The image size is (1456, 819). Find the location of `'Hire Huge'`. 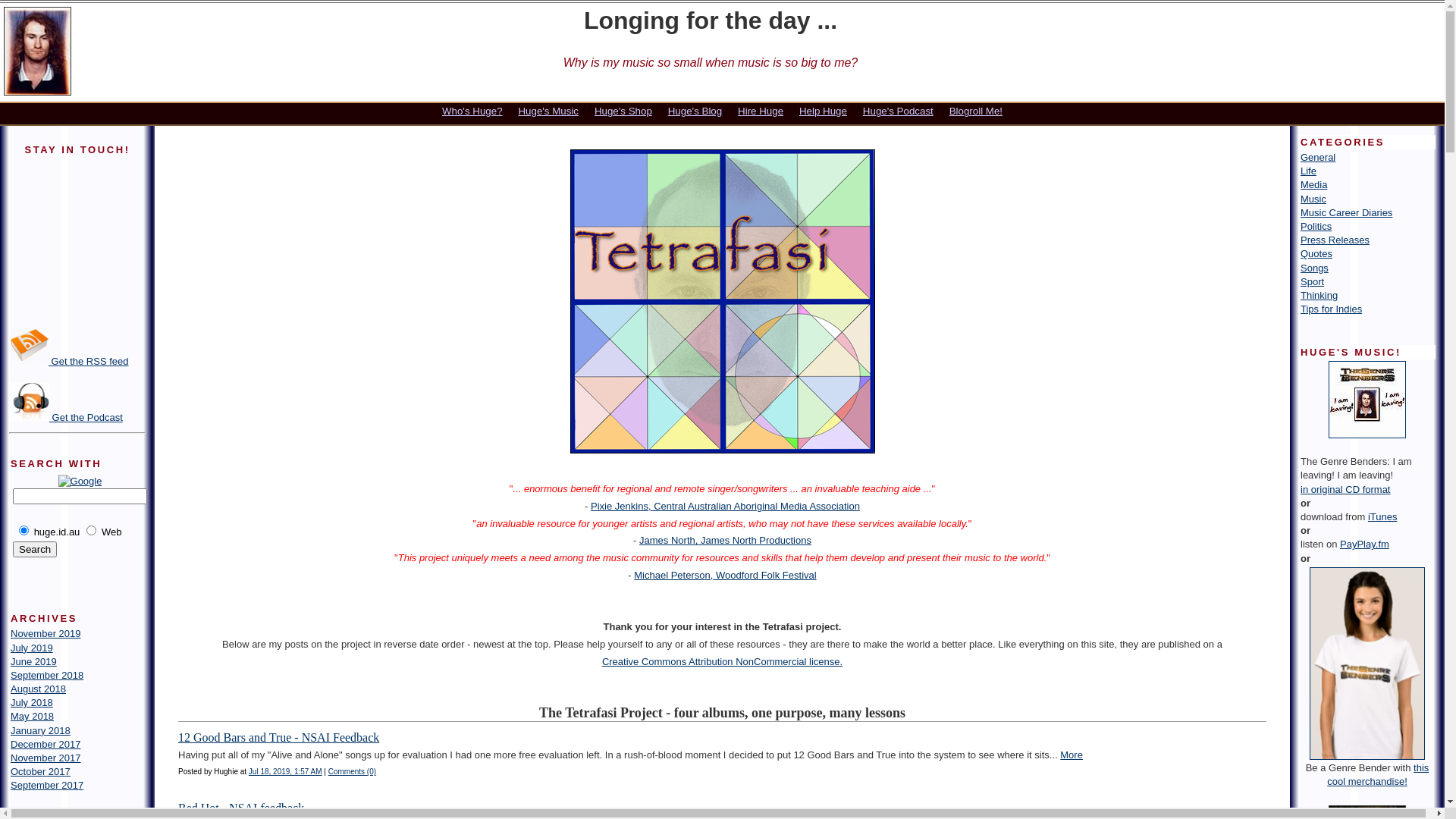

'Hire Huge' is located at coordinates (761, 110).